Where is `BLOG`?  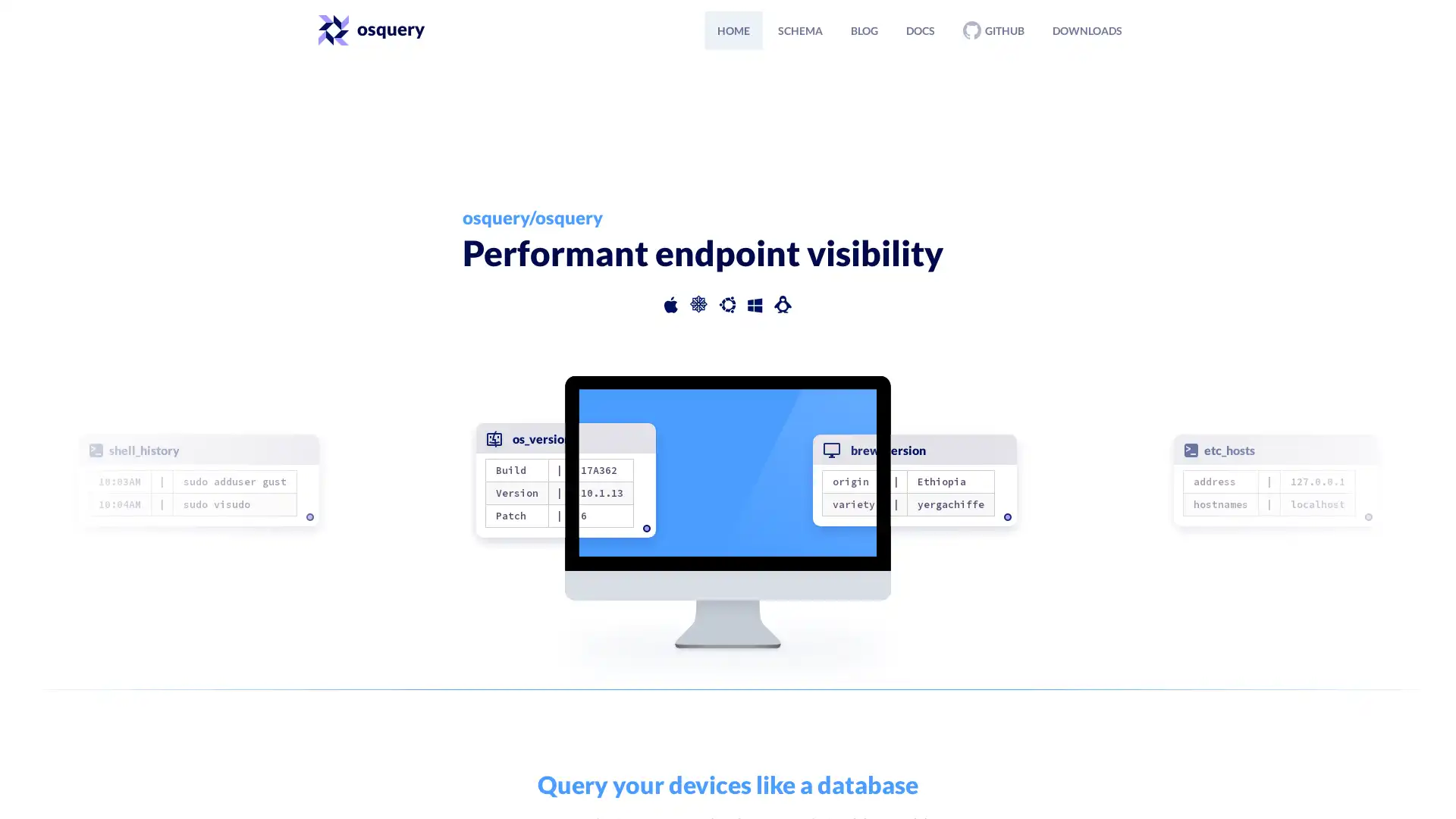 BLOG is located at coordinates (864, 30).